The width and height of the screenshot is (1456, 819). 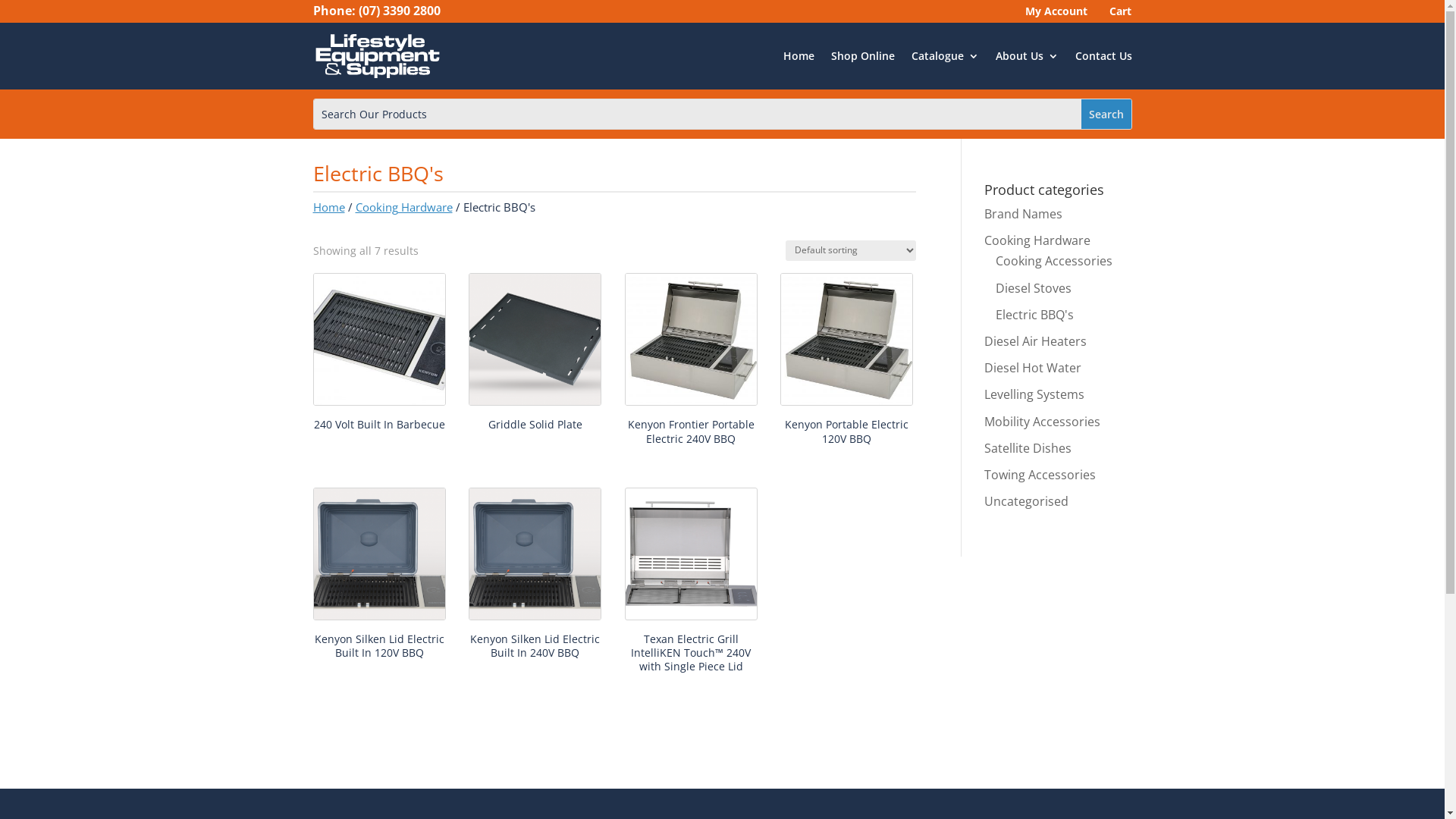 I want to click on 'Towing Accessories', so click(x=1039, y=473).